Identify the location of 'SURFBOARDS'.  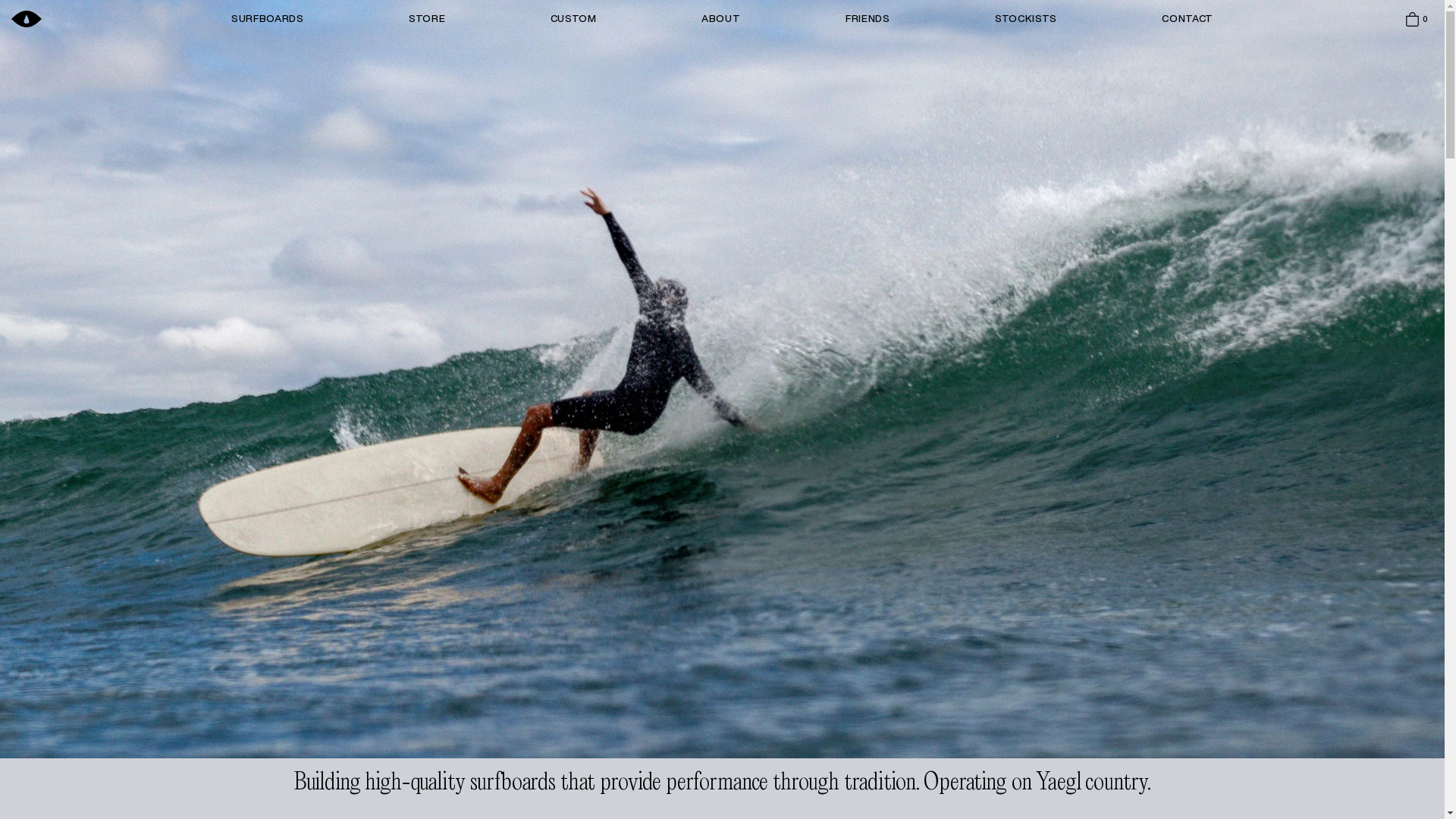
(268, 18).